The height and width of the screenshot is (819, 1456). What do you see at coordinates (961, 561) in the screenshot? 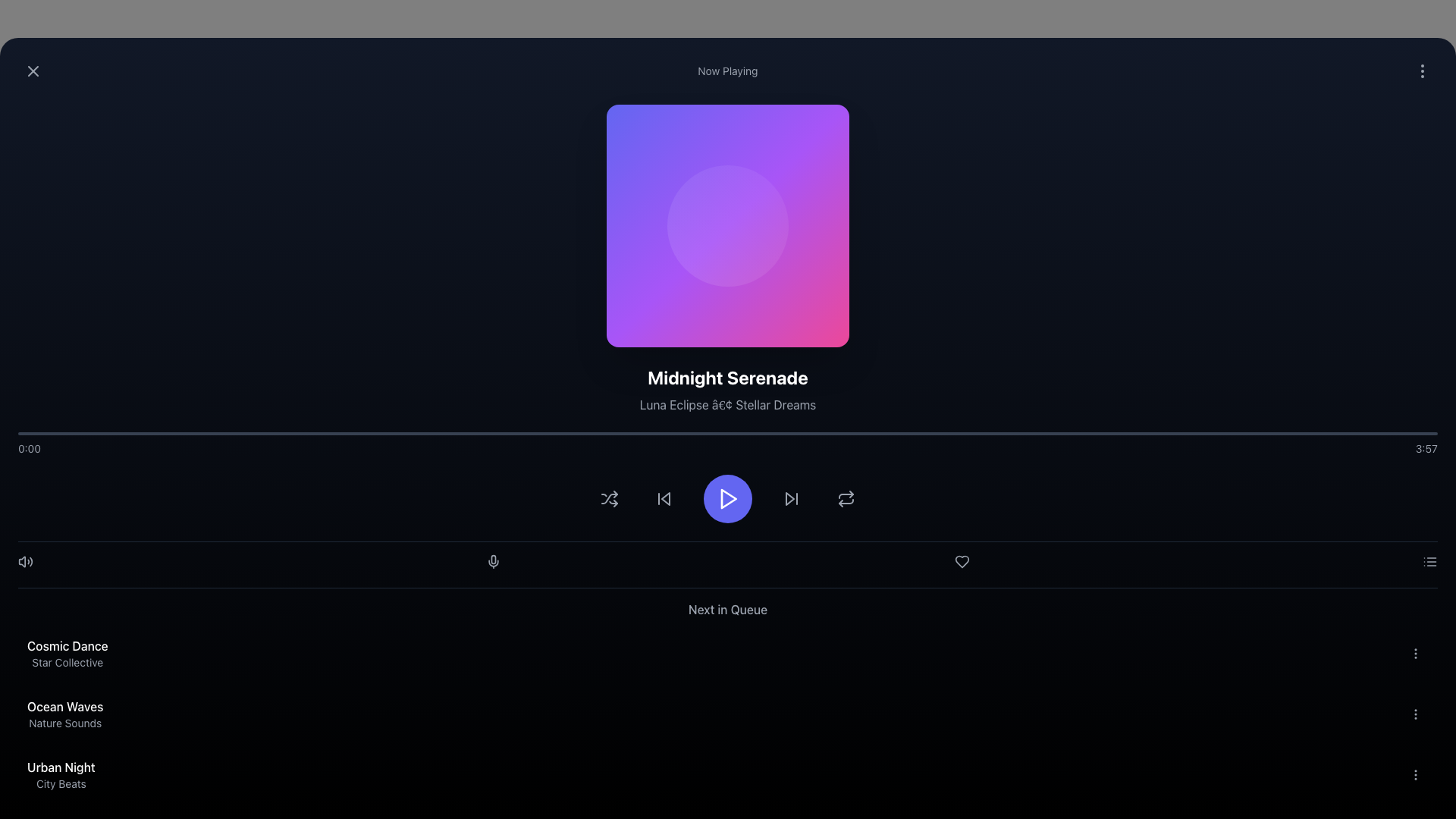
I see `the like button located towards the right in a horizontal row of interactive elements near the bottom of the interface, which changes its color to white` at bounding box center [961, 561].